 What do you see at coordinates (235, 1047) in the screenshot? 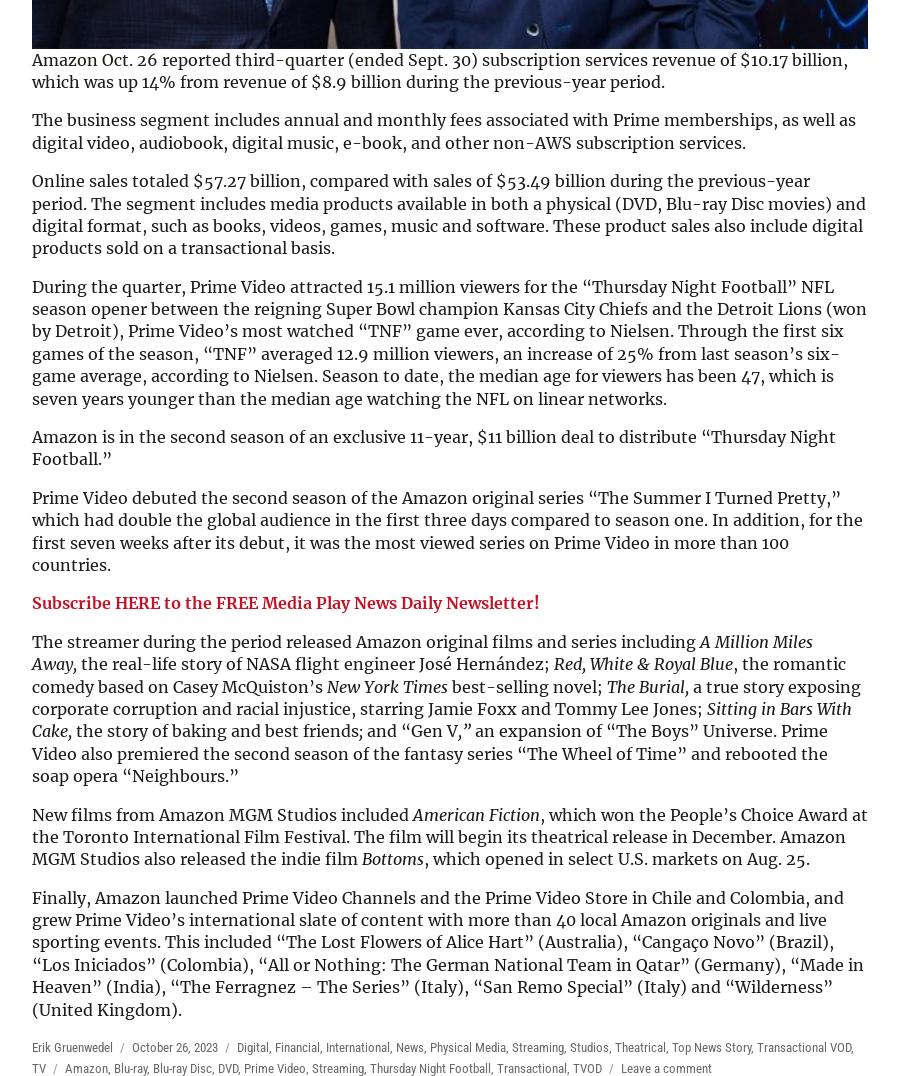
I see `'Digital'` at bounding box center [235, 1047].